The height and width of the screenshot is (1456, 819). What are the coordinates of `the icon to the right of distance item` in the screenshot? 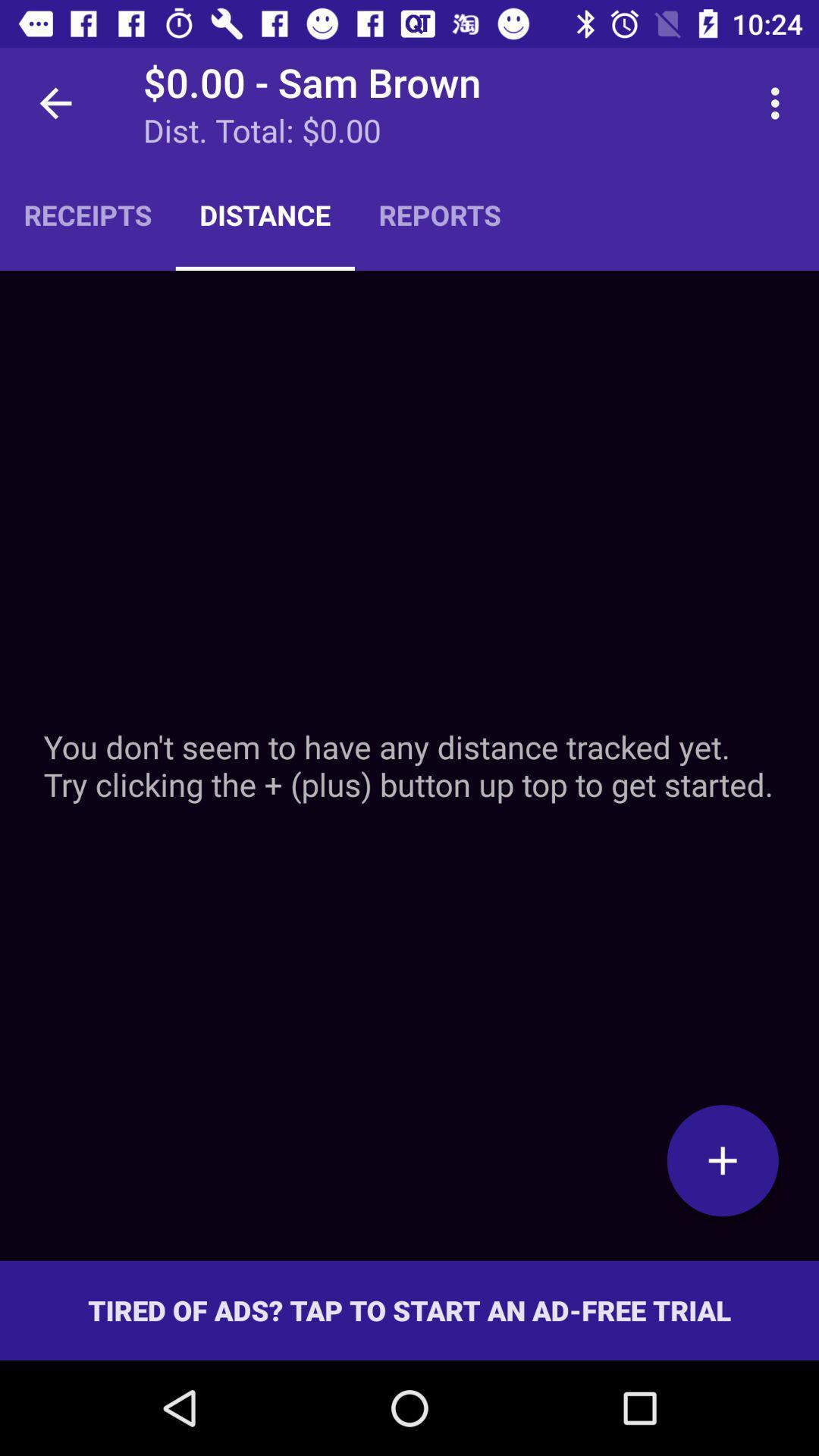 It's located at (440, 214).